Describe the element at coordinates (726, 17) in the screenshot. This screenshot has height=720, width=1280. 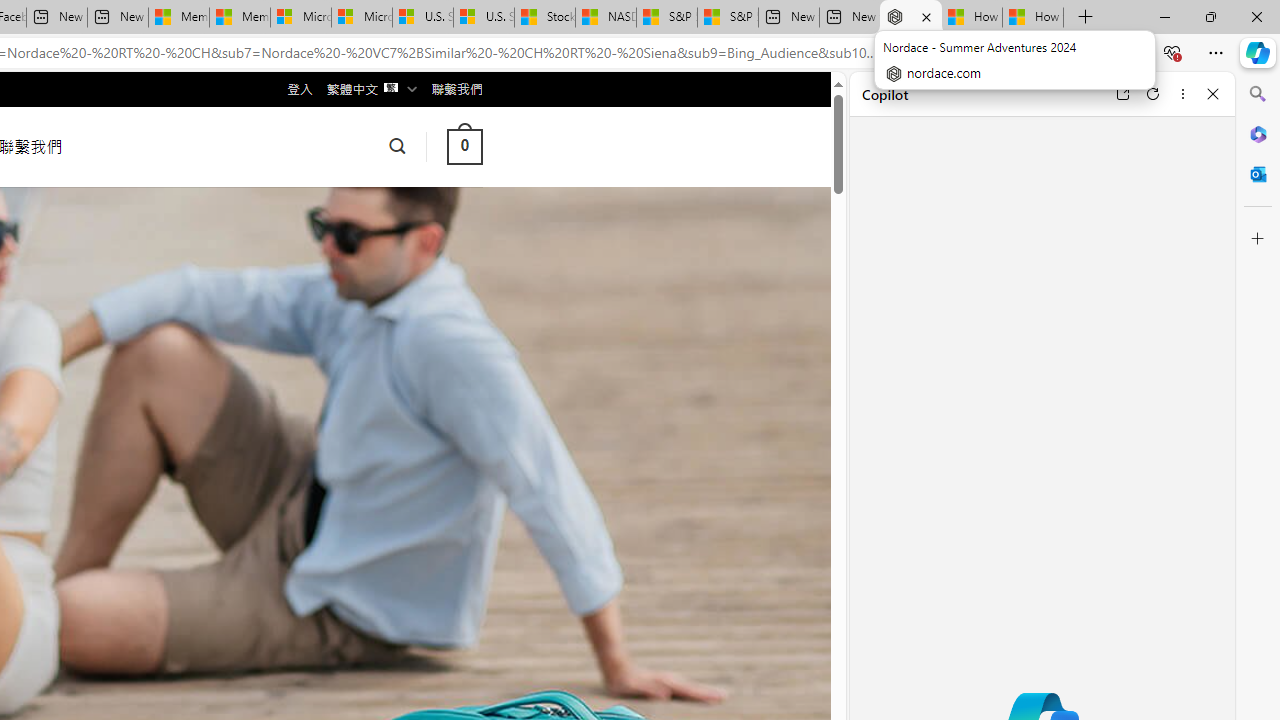
I see `'S&P 500, Nasdaq end lower, weighed by Nvidia dip | Watch'` at that location.